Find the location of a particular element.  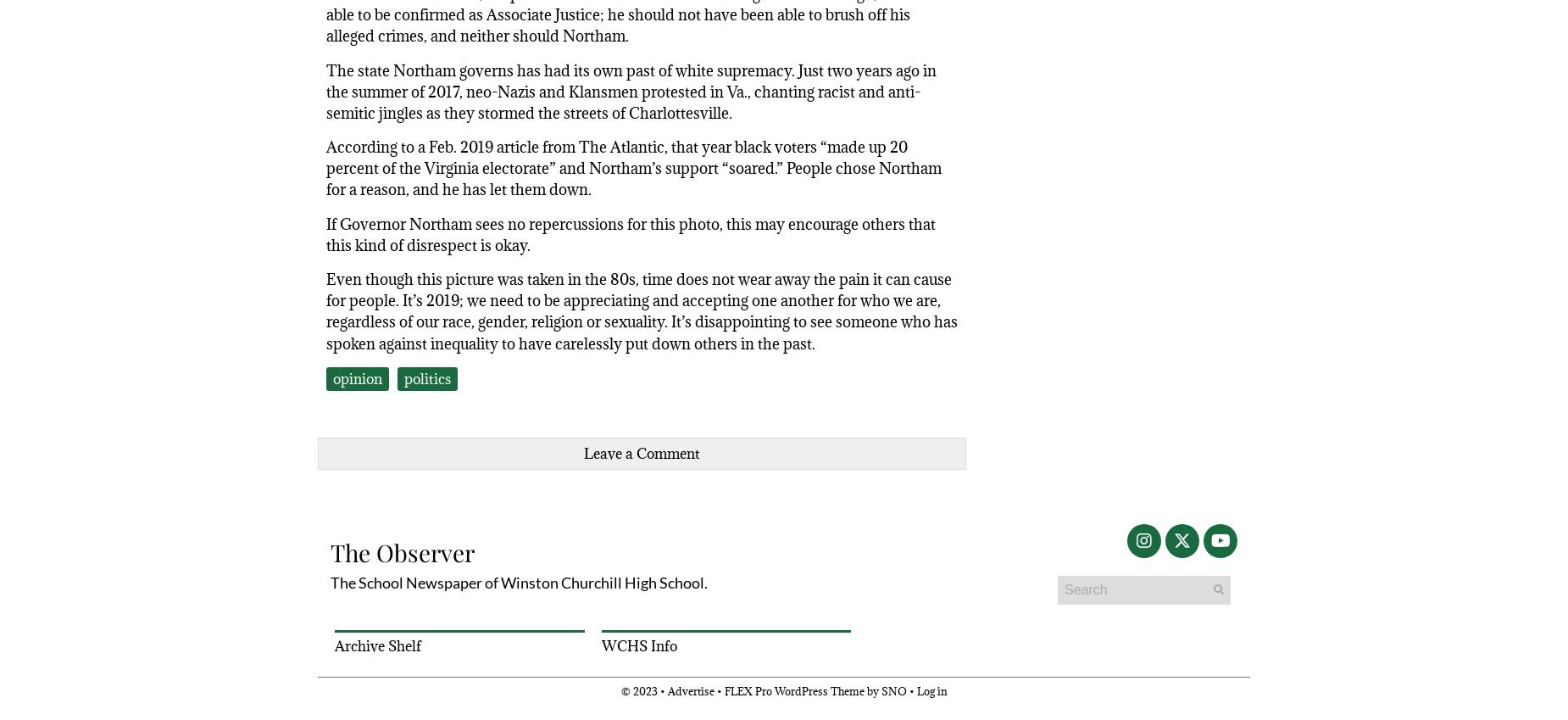

'The state Northam governs has had its own past of white supremacy. Just two years ago in the summer of 2017, neo-Nazis and Klansmen protested in Va., chanting racist and anti-semitic jingles as they stormed the streets of Charlottesville.' is located at coordinates (325, 90).